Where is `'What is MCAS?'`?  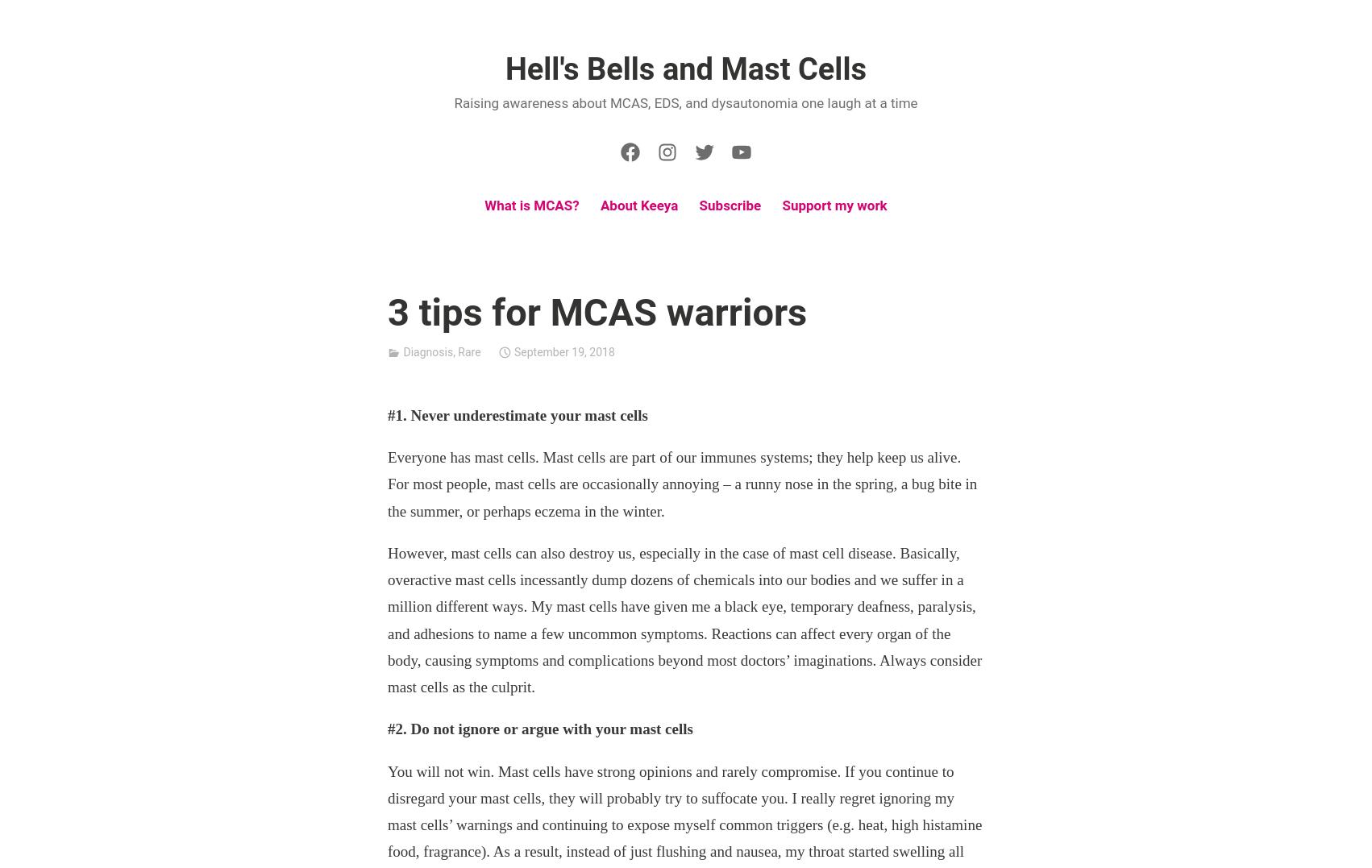 'What is MCAS?' is located at coordinates (531, 205).